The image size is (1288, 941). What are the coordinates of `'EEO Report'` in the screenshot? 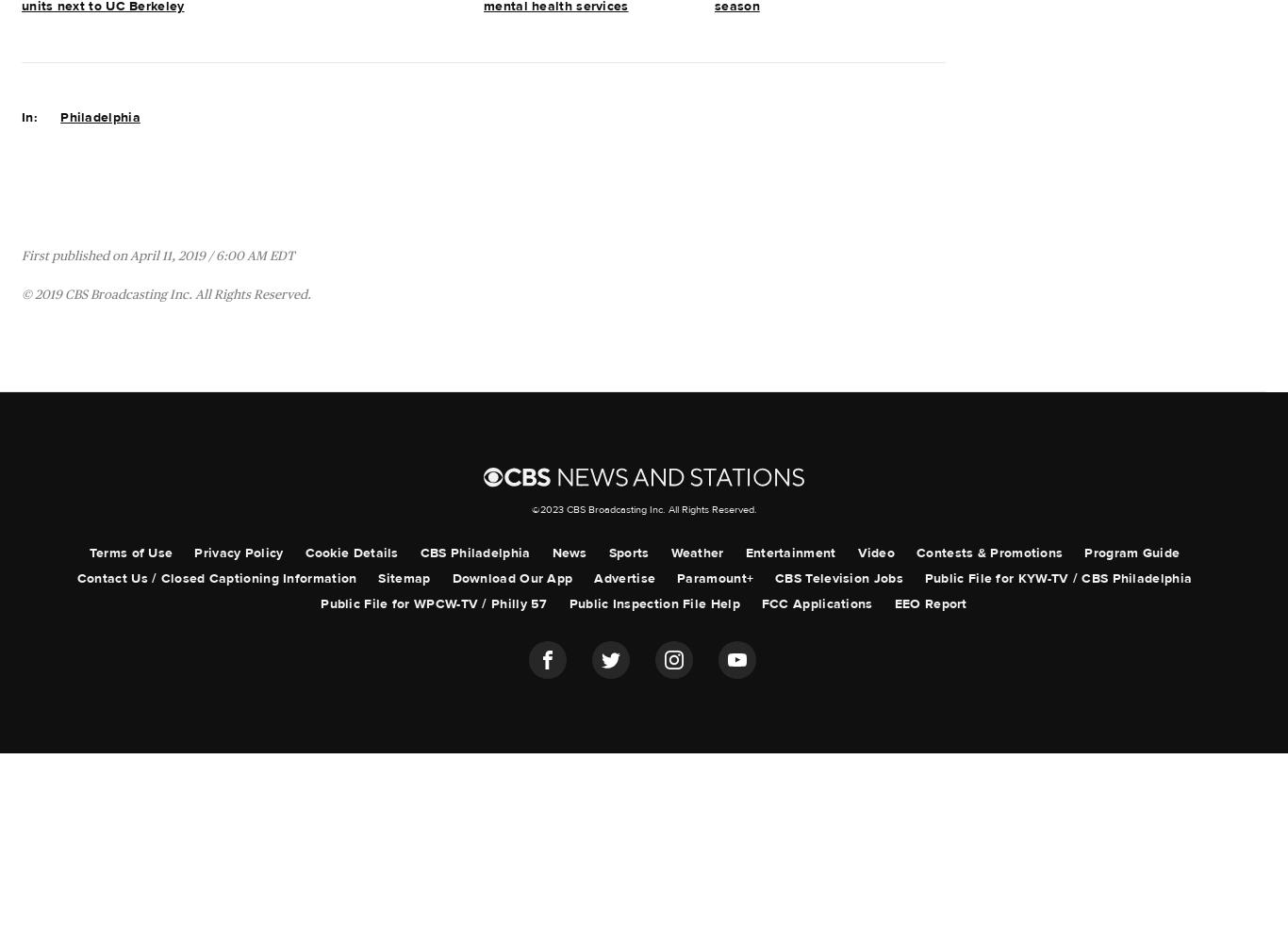 It's located at (930, 604).